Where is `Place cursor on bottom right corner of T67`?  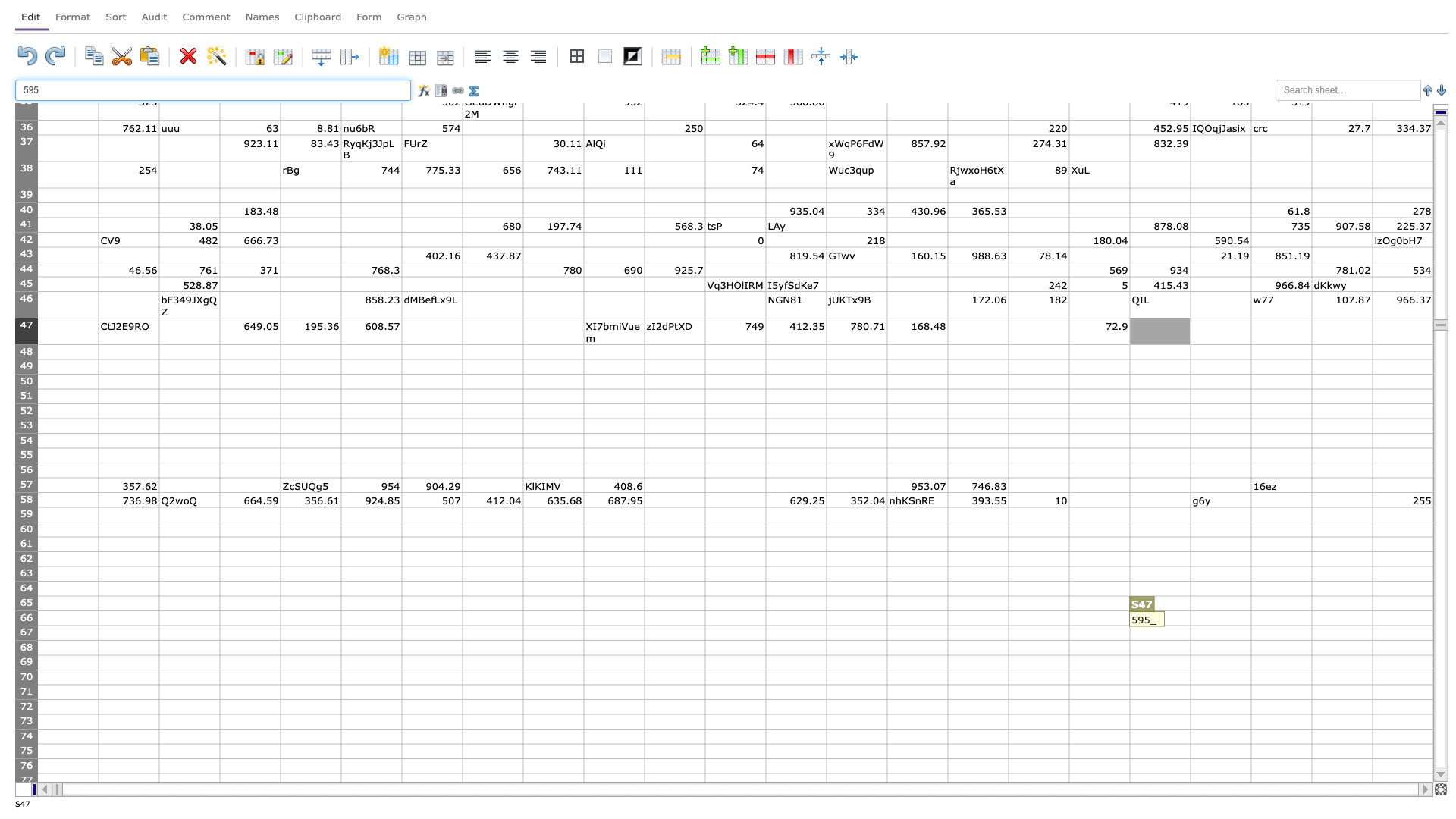 Place cursor on bottom right corner of T67 is located at coordinates (1251, 640).